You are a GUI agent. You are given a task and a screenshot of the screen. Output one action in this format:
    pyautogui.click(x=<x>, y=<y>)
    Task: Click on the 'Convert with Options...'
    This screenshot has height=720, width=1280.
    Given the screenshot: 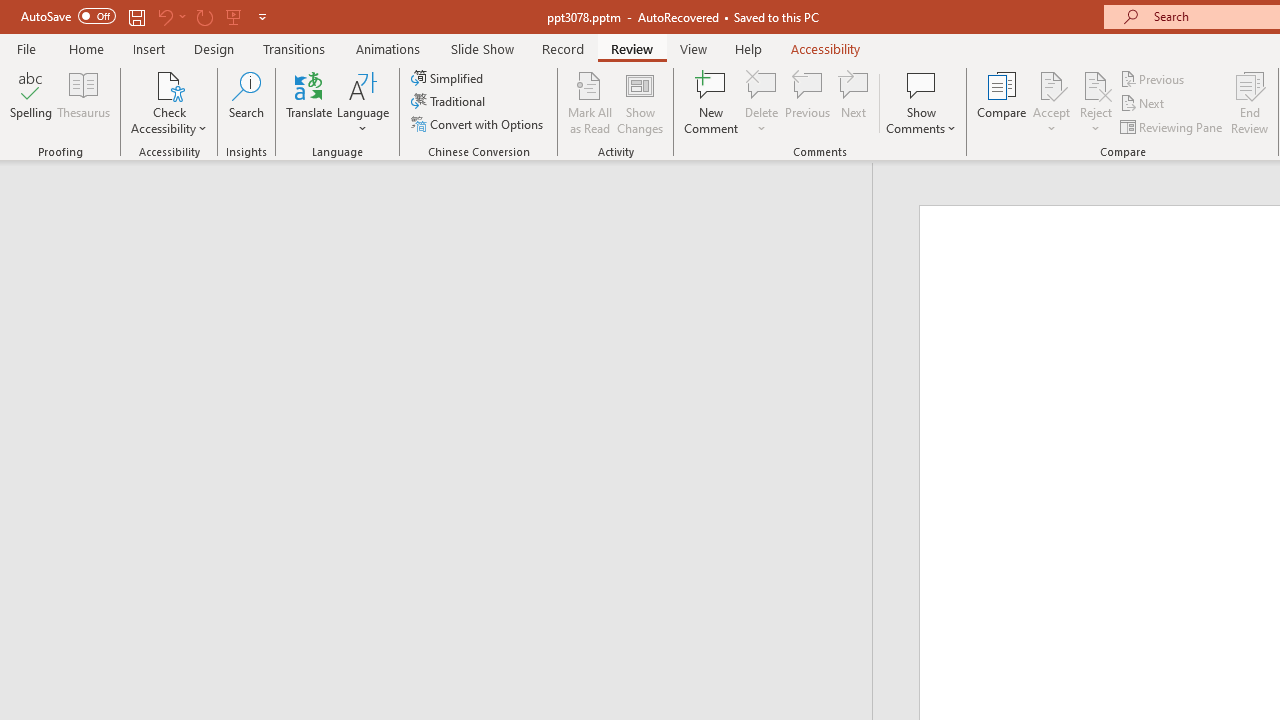 What is the action you would take?
    pyautogui.click(x=478, y=124)
    